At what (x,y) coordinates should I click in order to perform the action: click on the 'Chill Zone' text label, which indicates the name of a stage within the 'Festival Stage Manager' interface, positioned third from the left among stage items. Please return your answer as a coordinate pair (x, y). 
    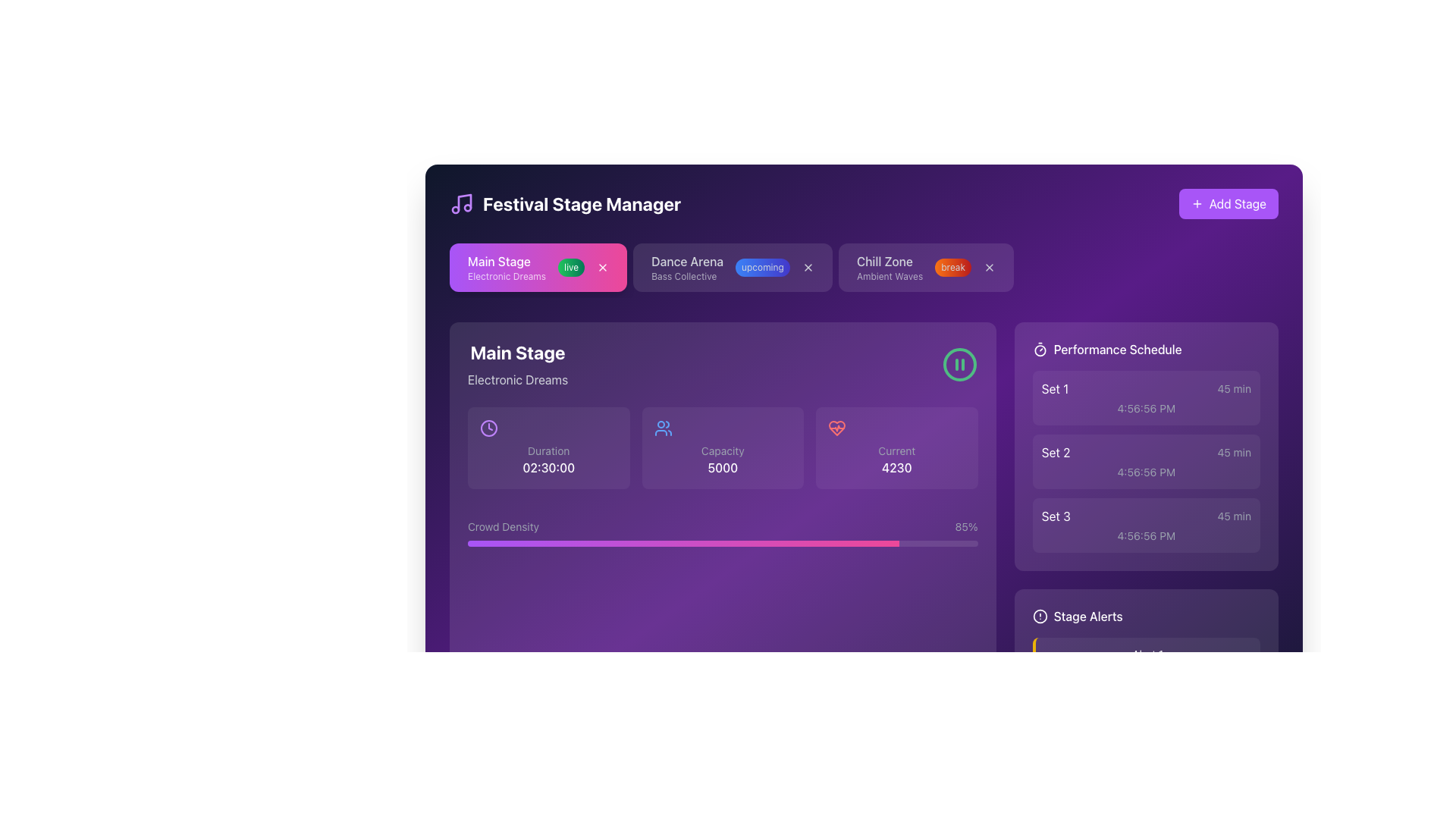
    Looking at the image, I should click on (884, 260).